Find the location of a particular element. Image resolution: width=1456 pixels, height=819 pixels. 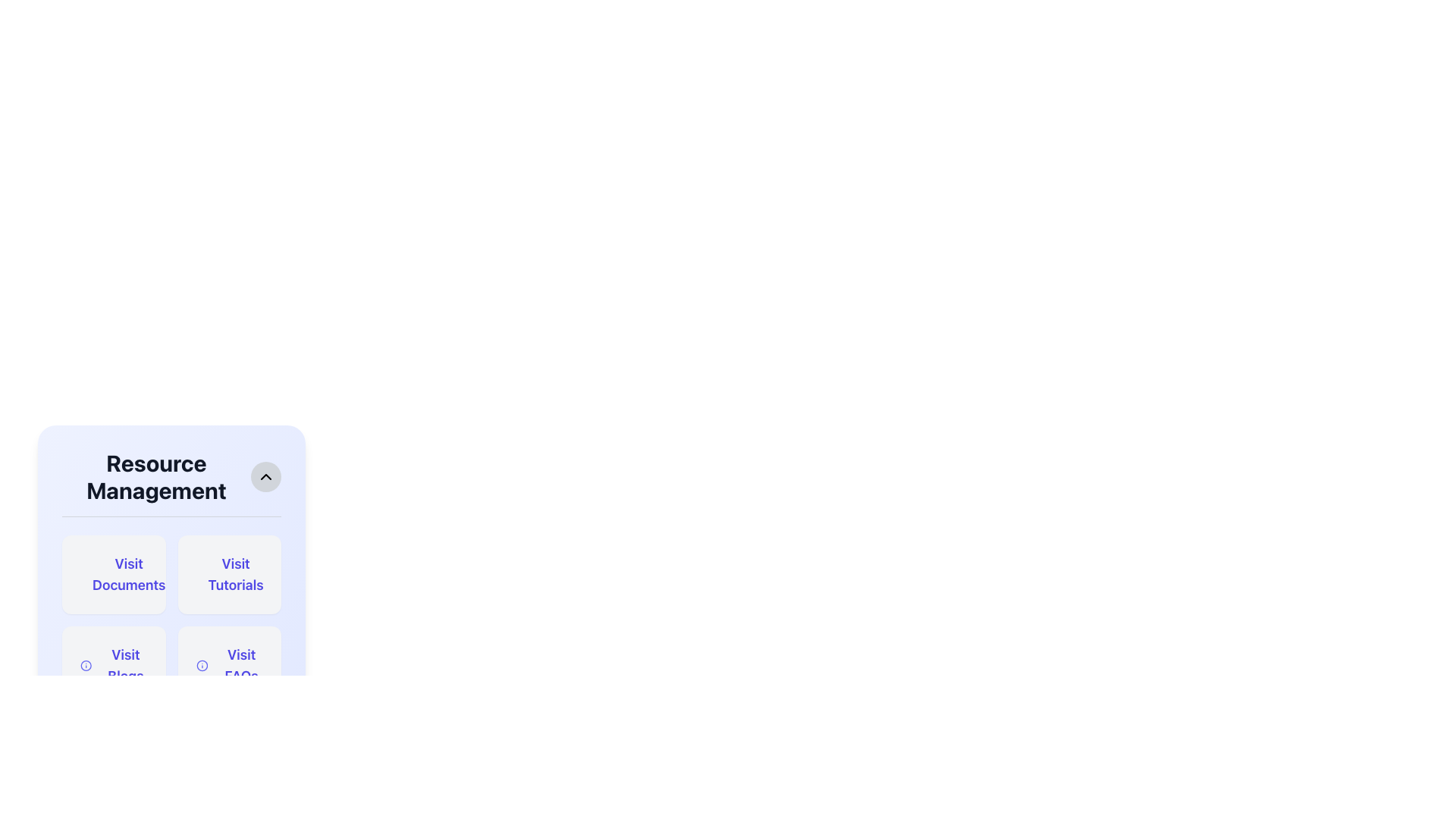

the 'Visit FAQs' button, which is a rectangular button with a light gray background and bold indigo text, located in the bottom-right of the 'Resource Management' grid is located at coordinates (228, 665).